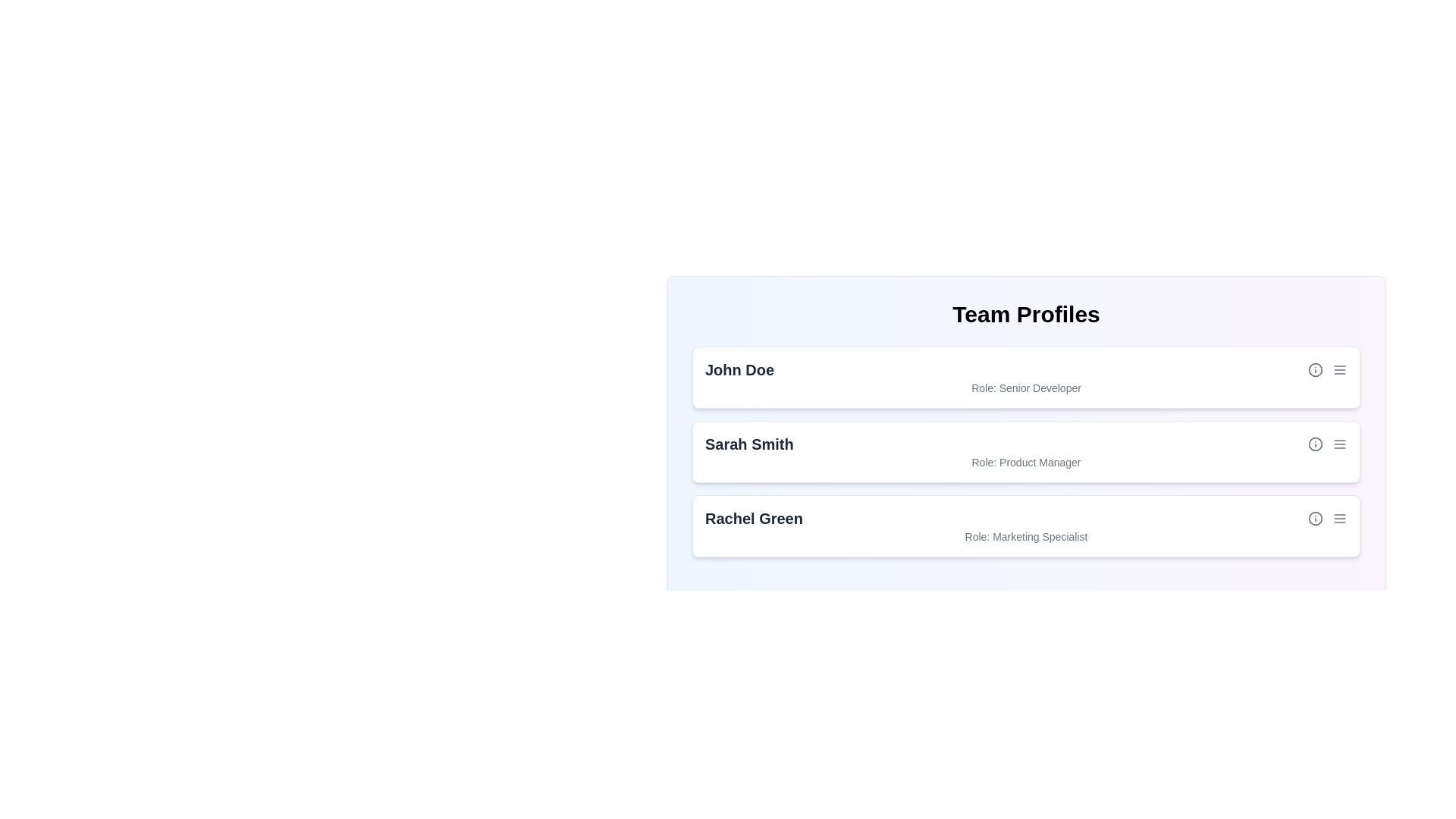 Image resolution: width=1456 pixels, height=819 pixels. Describe the element at coordinates (1026, 388) in the screenshot. I see `the Text label displaying the job role associated with 'John Doe' in the first card of the 'Team Profiles' section` at that location.